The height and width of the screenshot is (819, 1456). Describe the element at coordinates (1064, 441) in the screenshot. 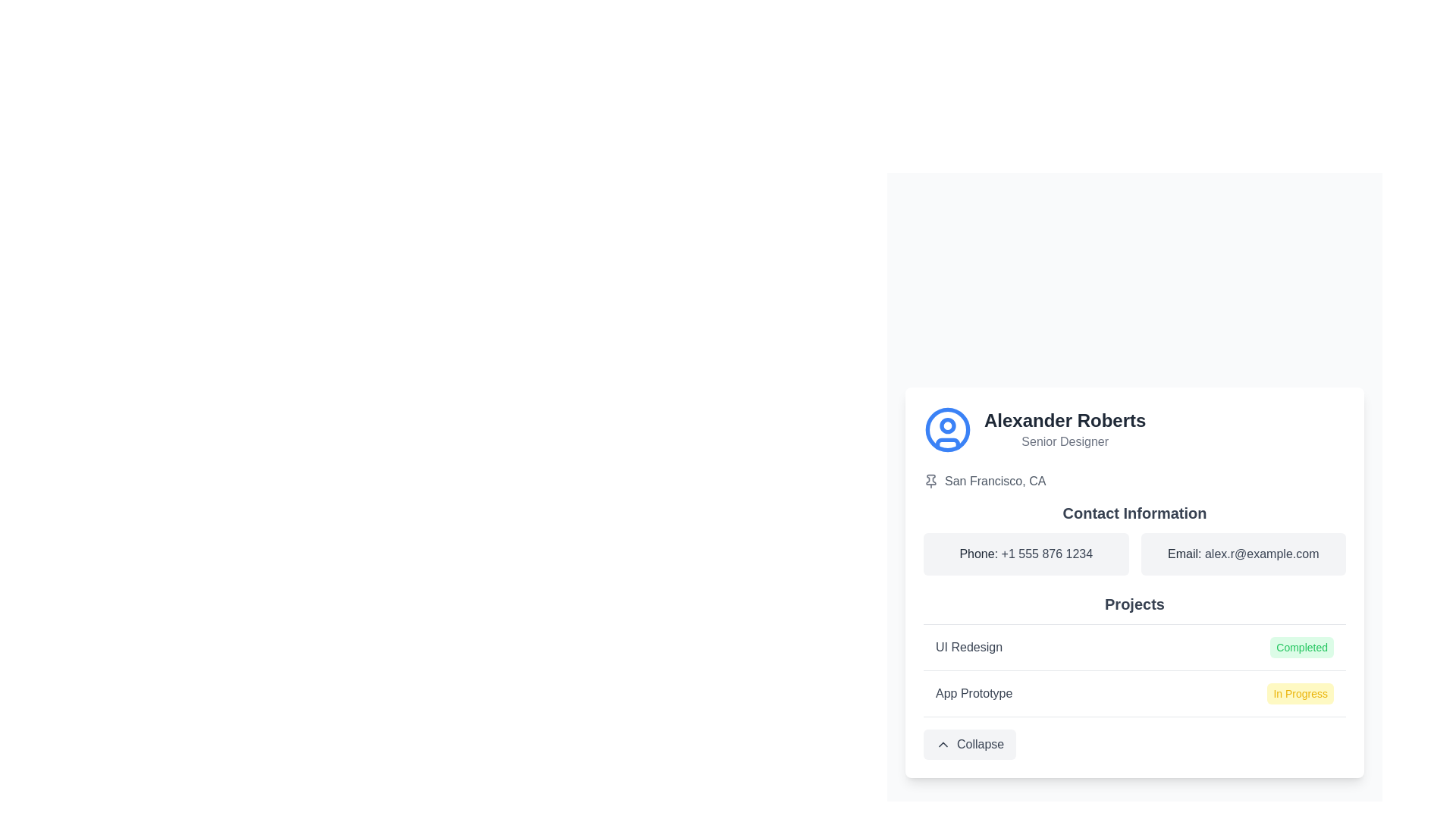

I see `text of the Text Label located immediately under 'Alexander Roberts' in the card layout` at that location.